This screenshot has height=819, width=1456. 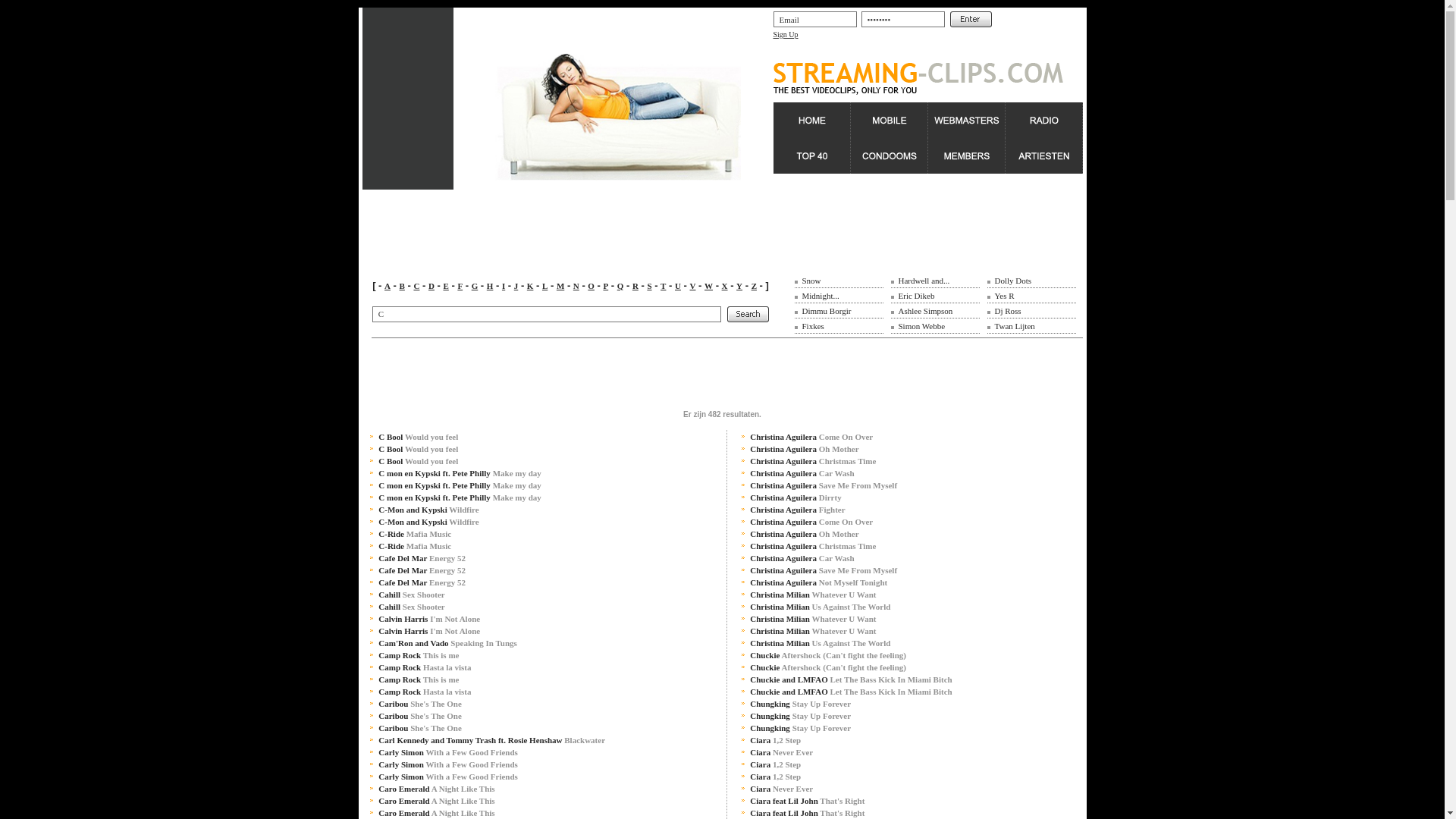 I want to click on 'Hardwell and...', so click(x=923, y=281).